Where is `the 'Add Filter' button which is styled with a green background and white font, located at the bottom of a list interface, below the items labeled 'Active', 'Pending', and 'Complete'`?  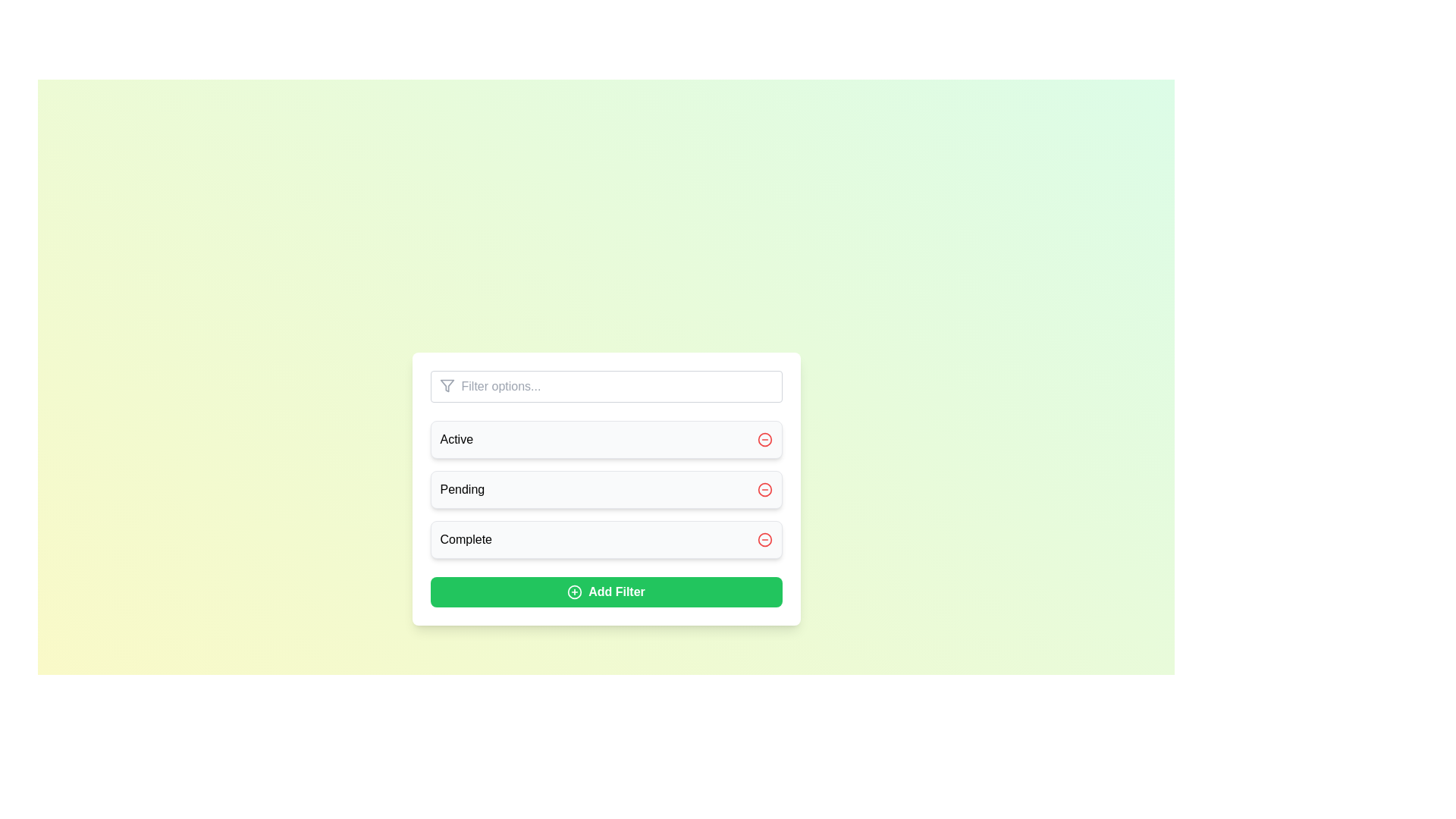
the 'Add Filter' button which is styled with a green background and white font, located at the bottom of a list interface, below the items labeled 'Active', 'Pending', and 'Complete' is located at coordinates (617, 591).